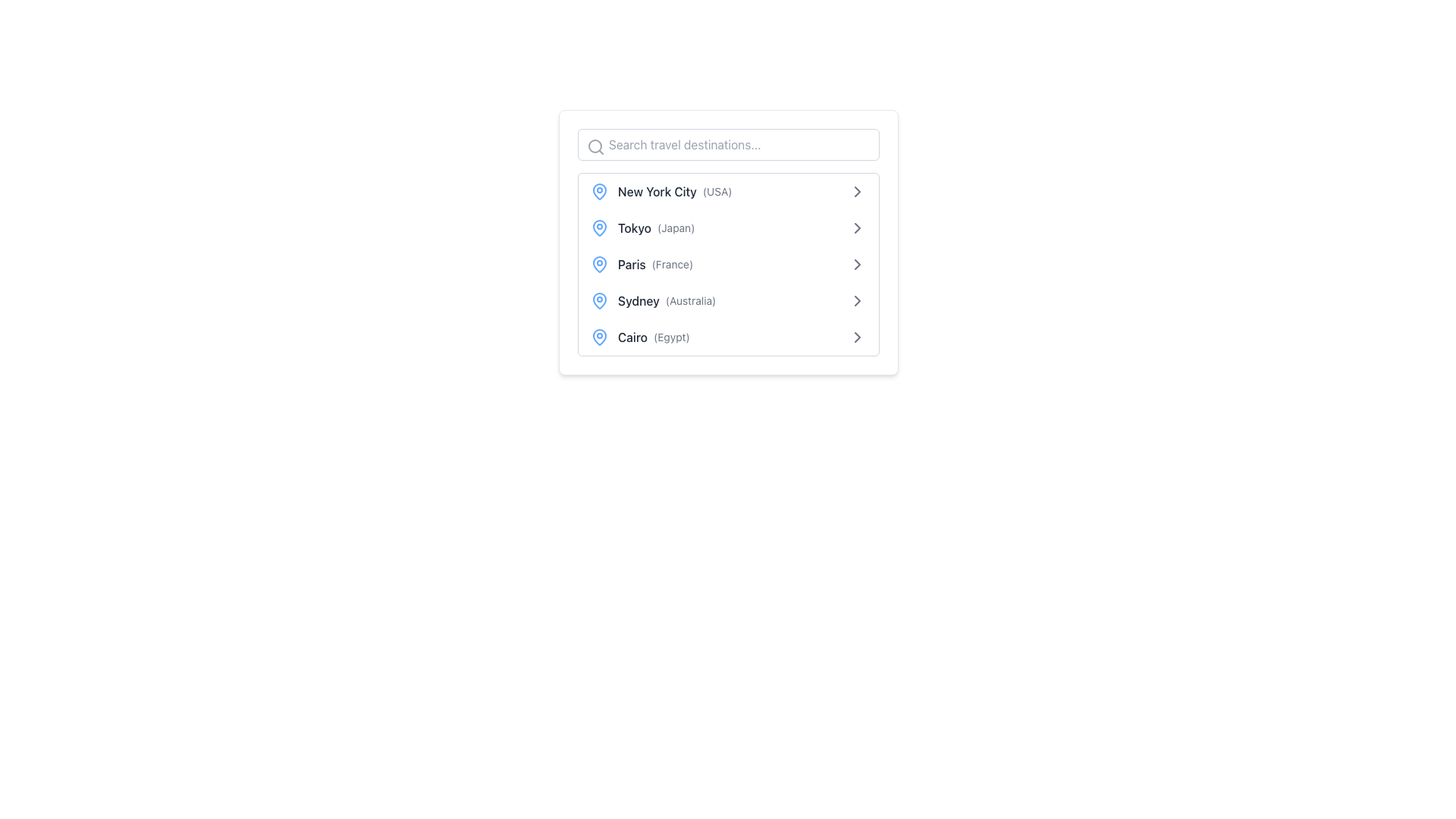 The height and width of the screenshot is (819, 1456). What do you see at coordinates (595, 146) in the screenshot?
I see `the static search icon that signifies the search functionality, located to the far left of the search bar` at bounding box center [595, 146].